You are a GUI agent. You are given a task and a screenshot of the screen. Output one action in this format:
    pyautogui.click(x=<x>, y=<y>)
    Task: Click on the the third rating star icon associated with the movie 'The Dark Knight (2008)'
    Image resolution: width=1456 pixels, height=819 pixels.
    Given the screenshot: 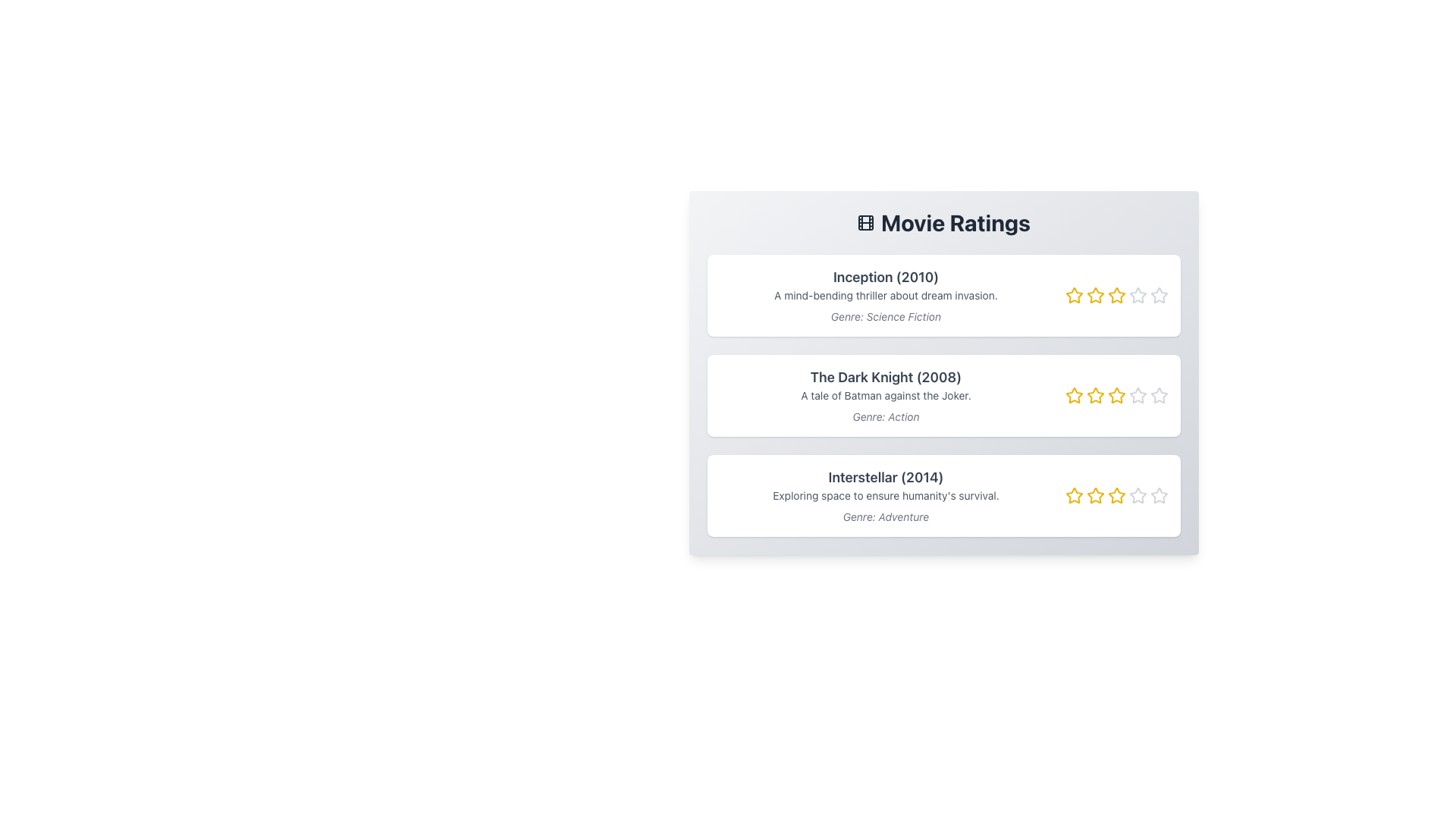 What is the action you would take?
    pyautogui.click(x=1116, y=394)
    